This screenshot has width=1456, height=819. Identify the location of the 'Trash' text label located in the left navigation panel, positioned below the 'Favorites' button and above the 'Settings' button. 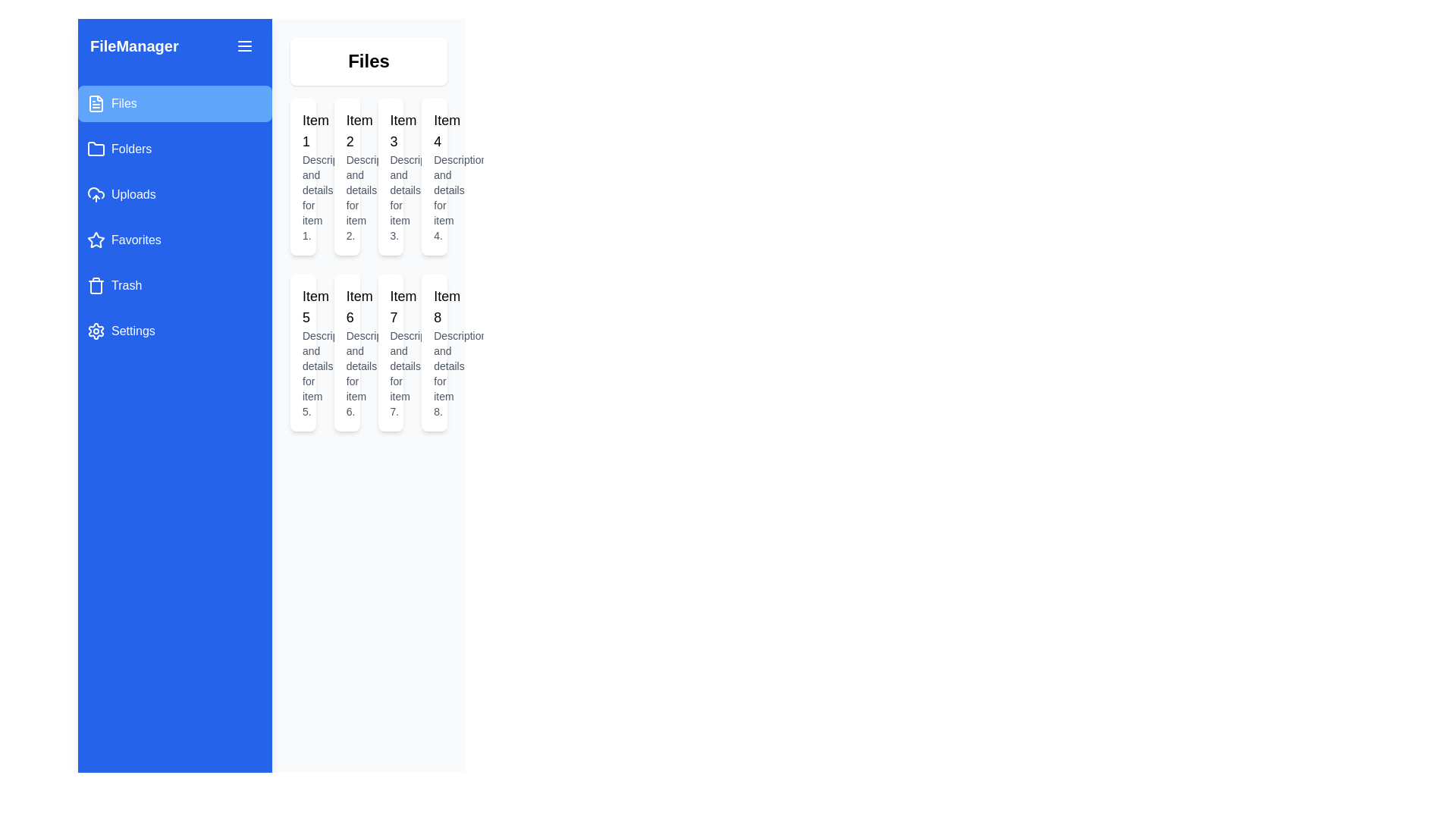
(127, 286).